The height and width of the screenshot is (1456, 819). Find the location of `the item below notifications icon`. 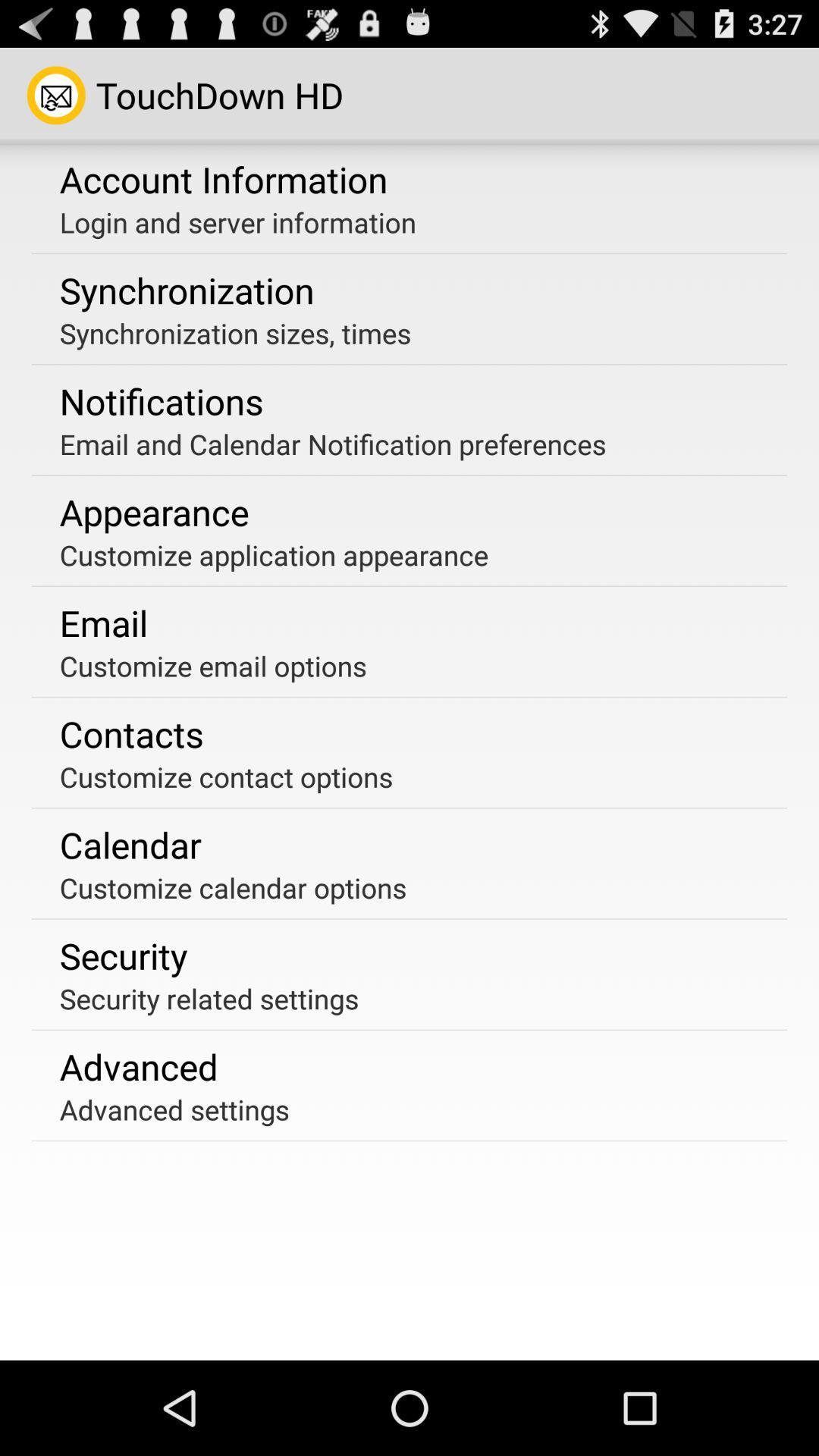

the item below notifications icon is located at coordinates (332, 443).